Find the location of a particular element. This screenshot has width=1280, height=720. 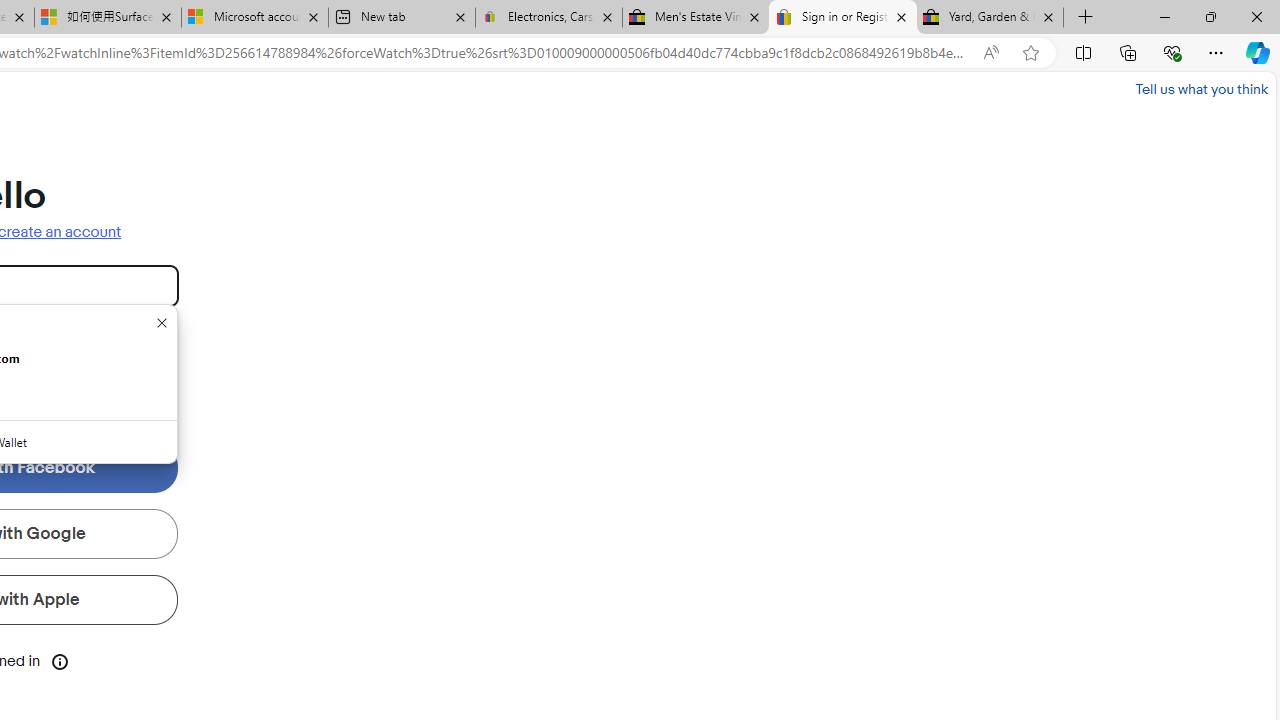

'Tell us what you think - Link opens in a new window' is located at coordinates (1200, 88).